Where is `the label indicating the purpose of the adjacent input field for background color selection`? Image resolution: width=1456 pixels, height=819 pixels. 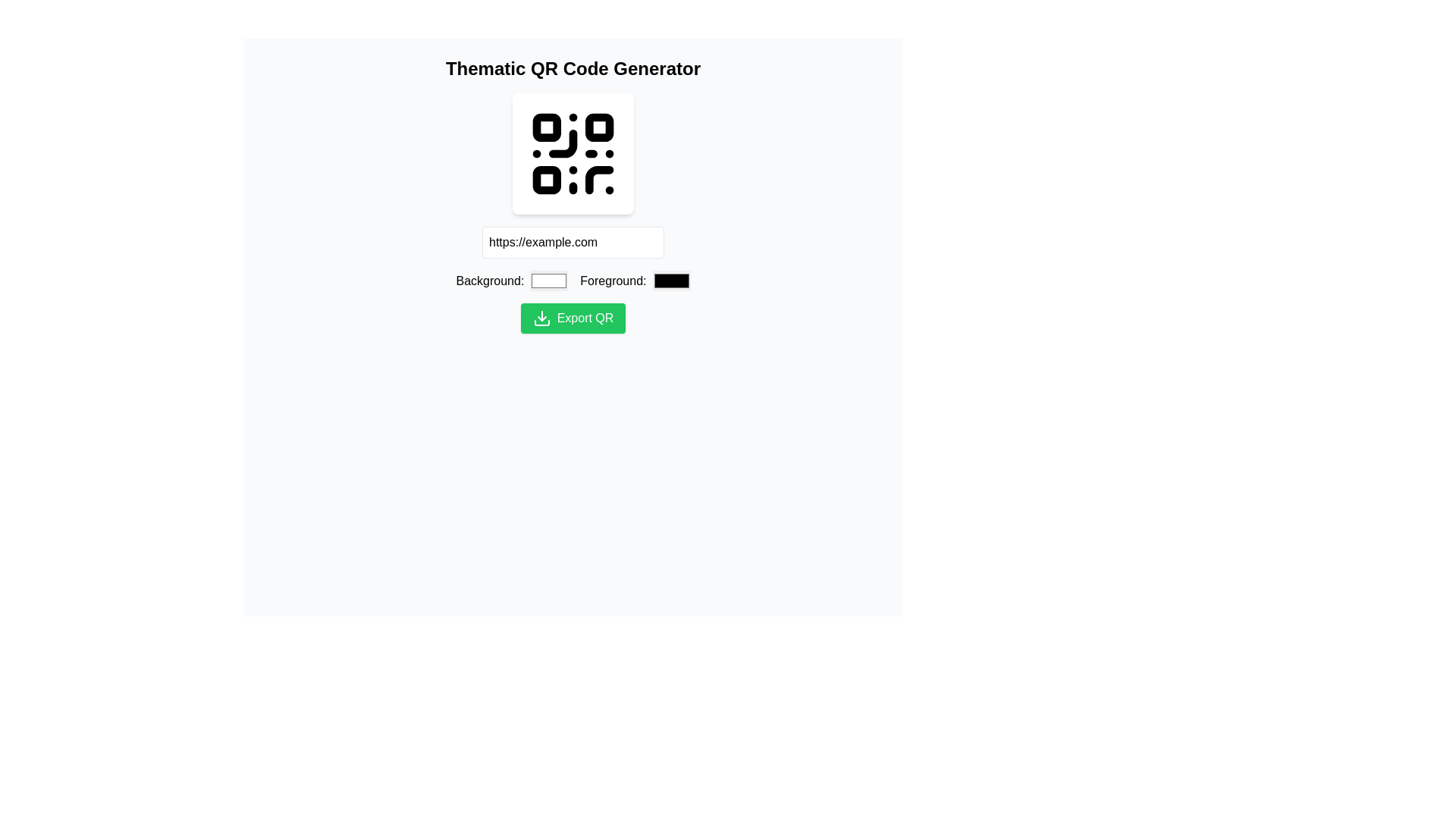 the label indicating the purpose of the adjacent input field for background color selection is located at coordinates (490, 281).